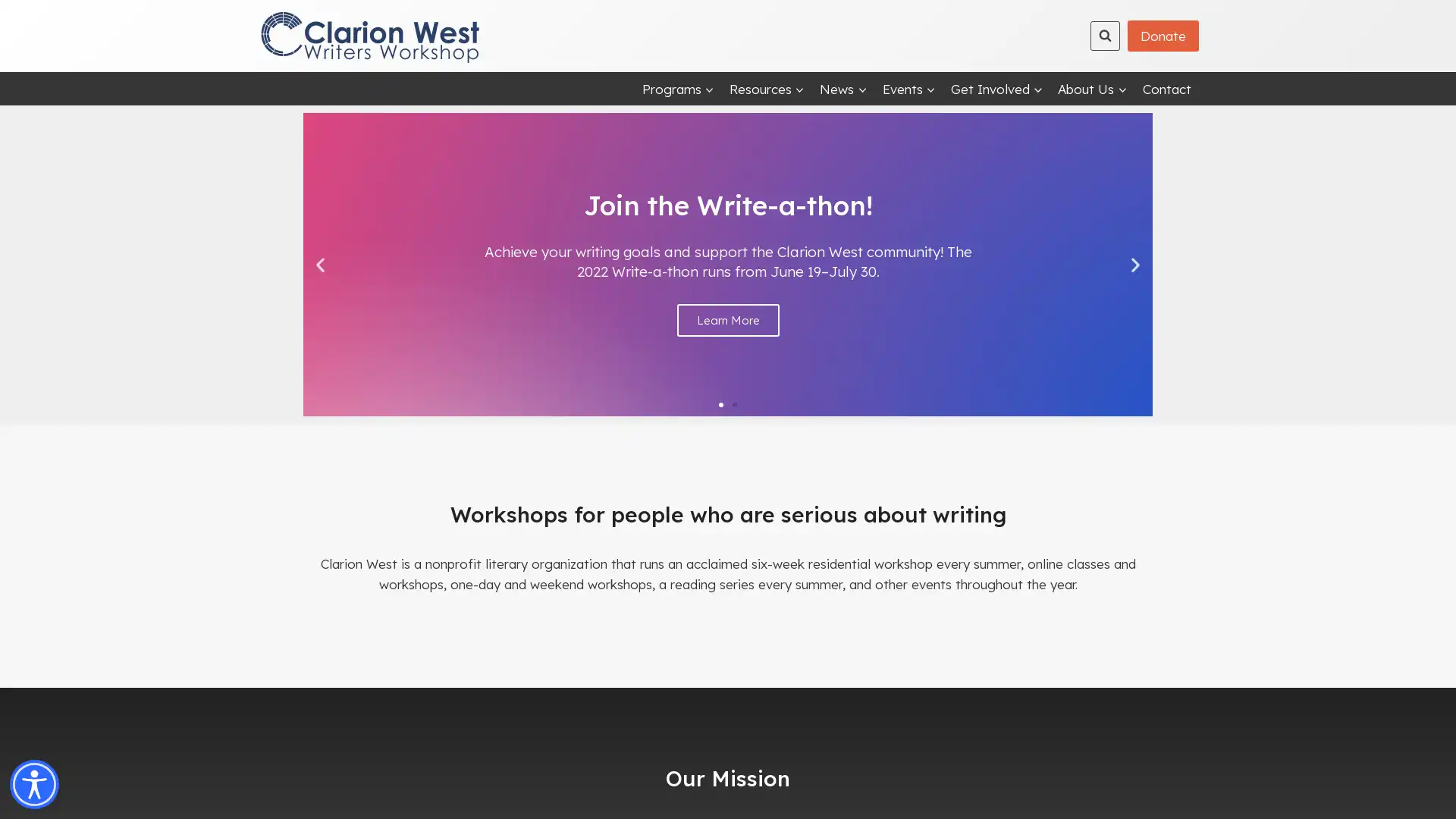  What do you see at coordinates (676, 88) in the screenshot?
I see `Expand child menu` at bounding box center [676, 88].